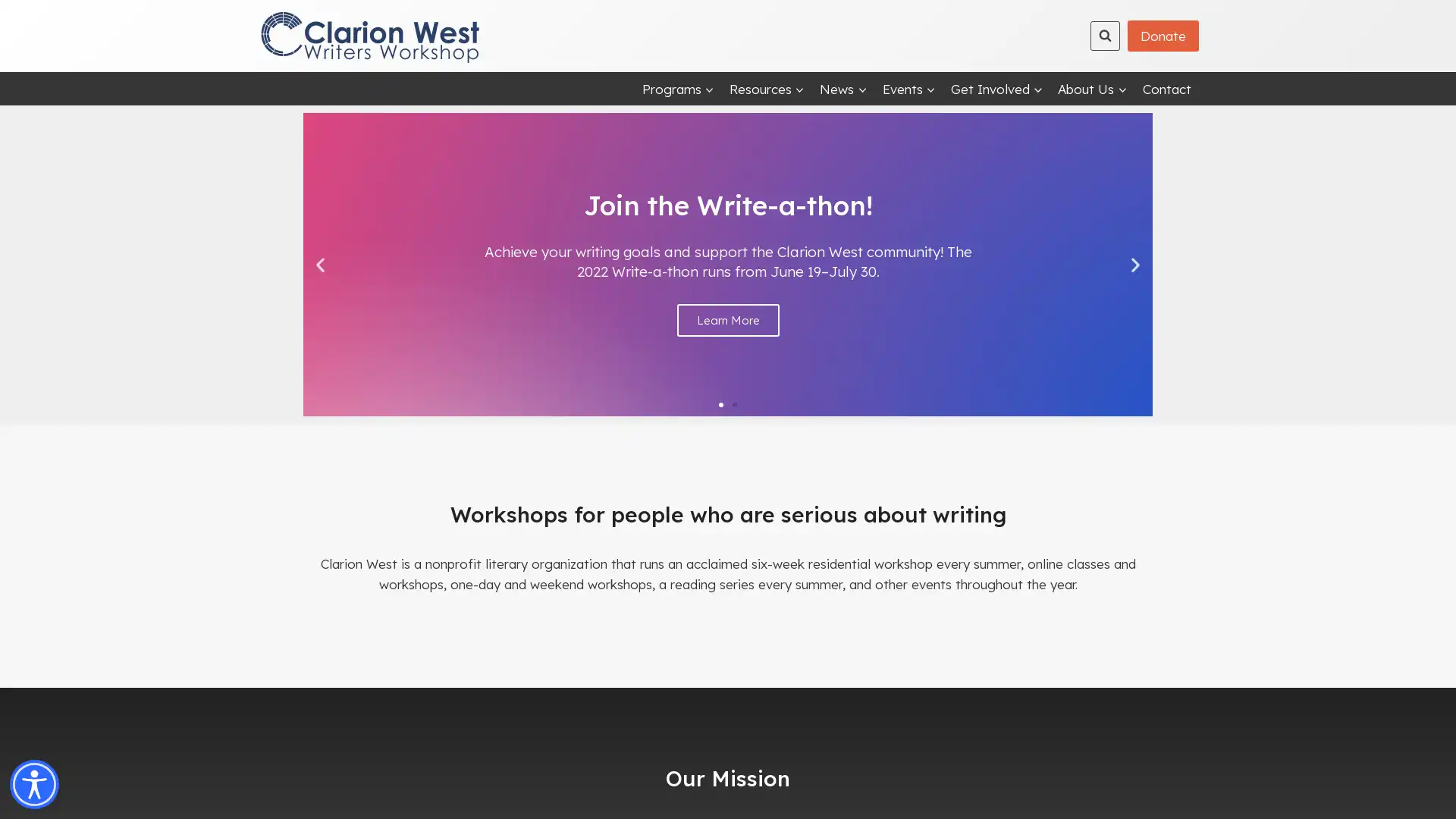  What do you see at coordinates (676, 88) in the screenshot?
I see `Expand child menu` at bounding box center [676, 88].